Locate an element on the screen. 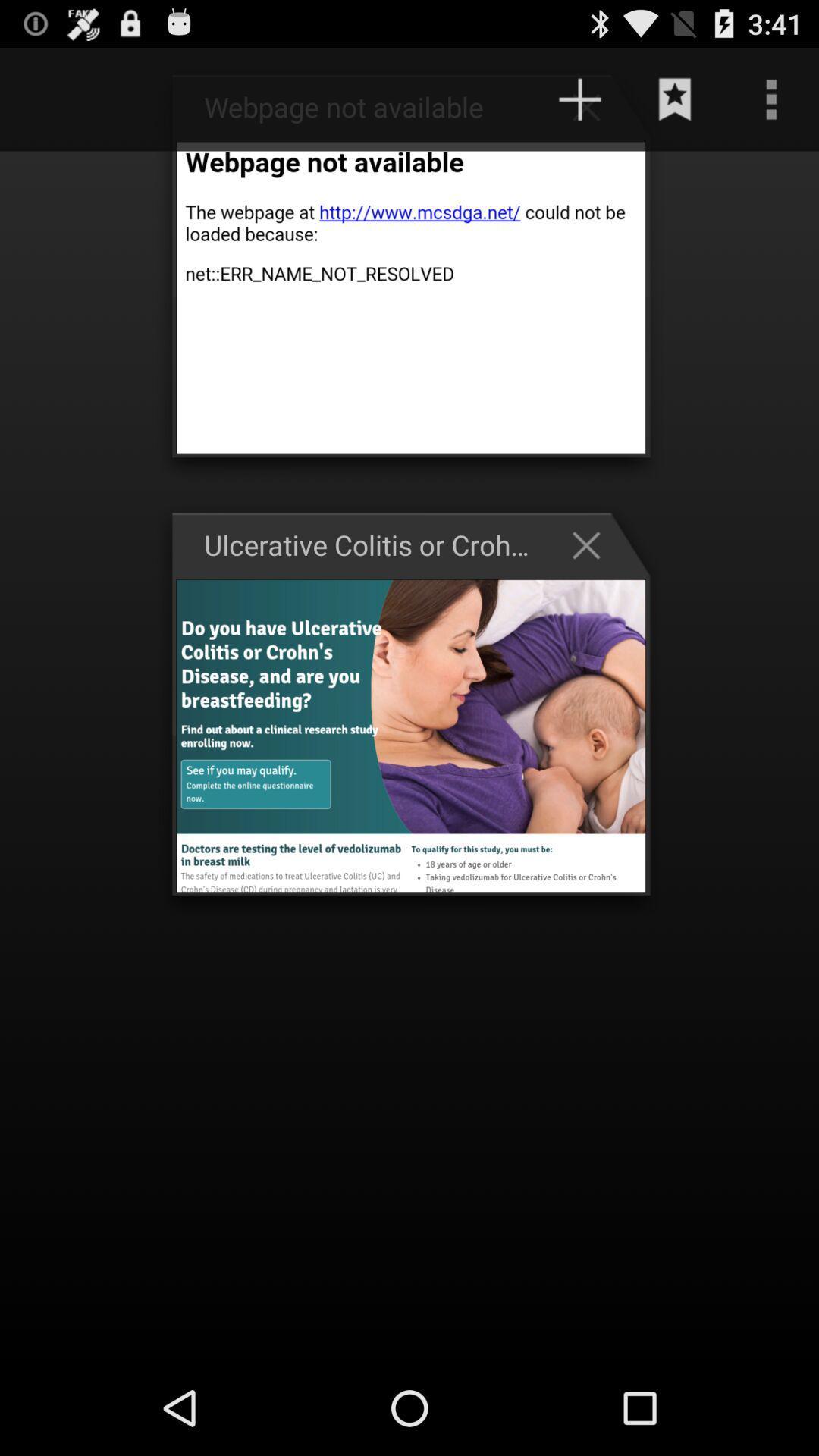 The image size is (819, 1456). the add icon is located at coordinates (579, 105).